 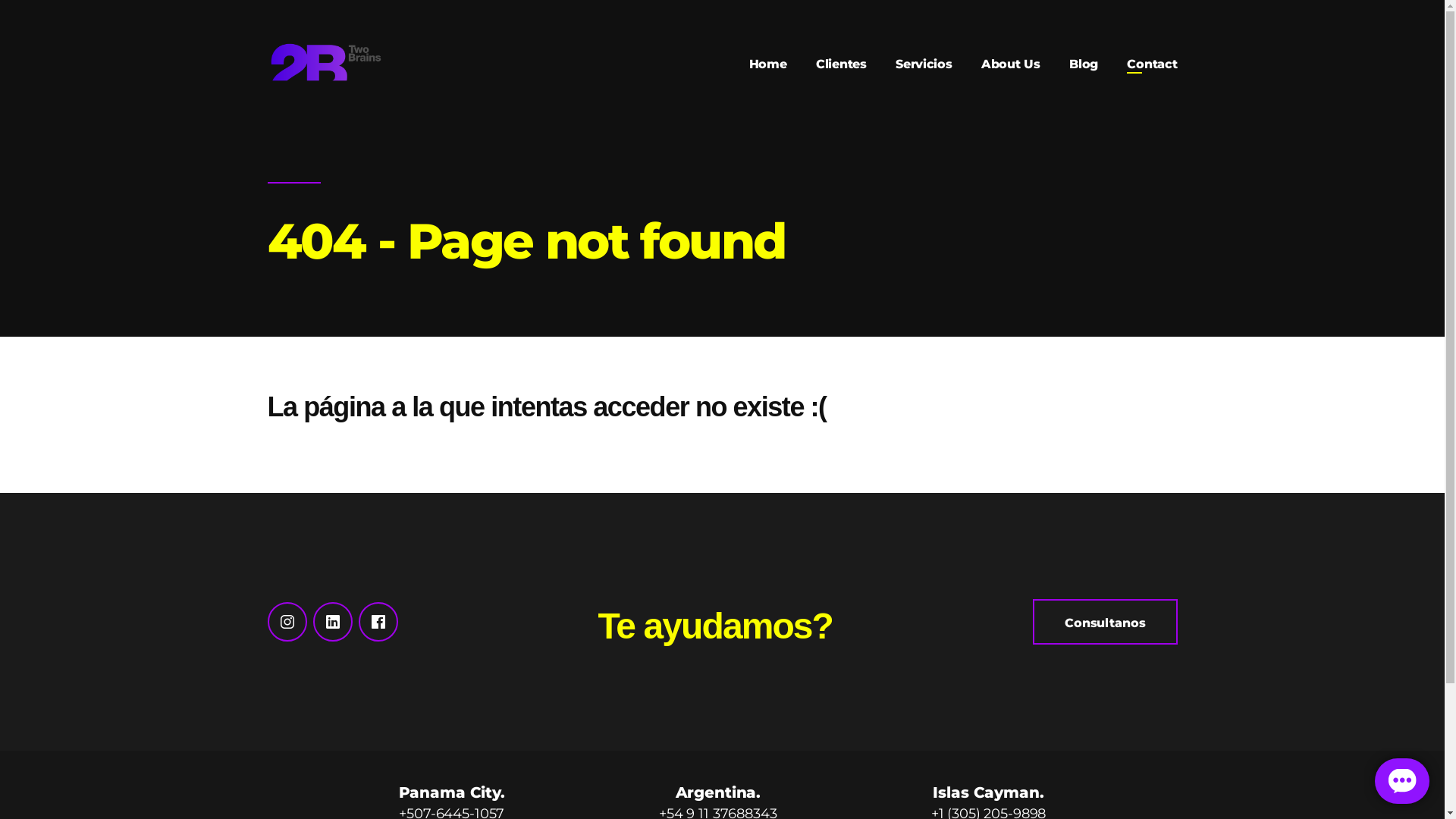 What do you see at coordinates (749, 63) in the screenshot?
I see `'Home'` at bounding box center [749, 63].